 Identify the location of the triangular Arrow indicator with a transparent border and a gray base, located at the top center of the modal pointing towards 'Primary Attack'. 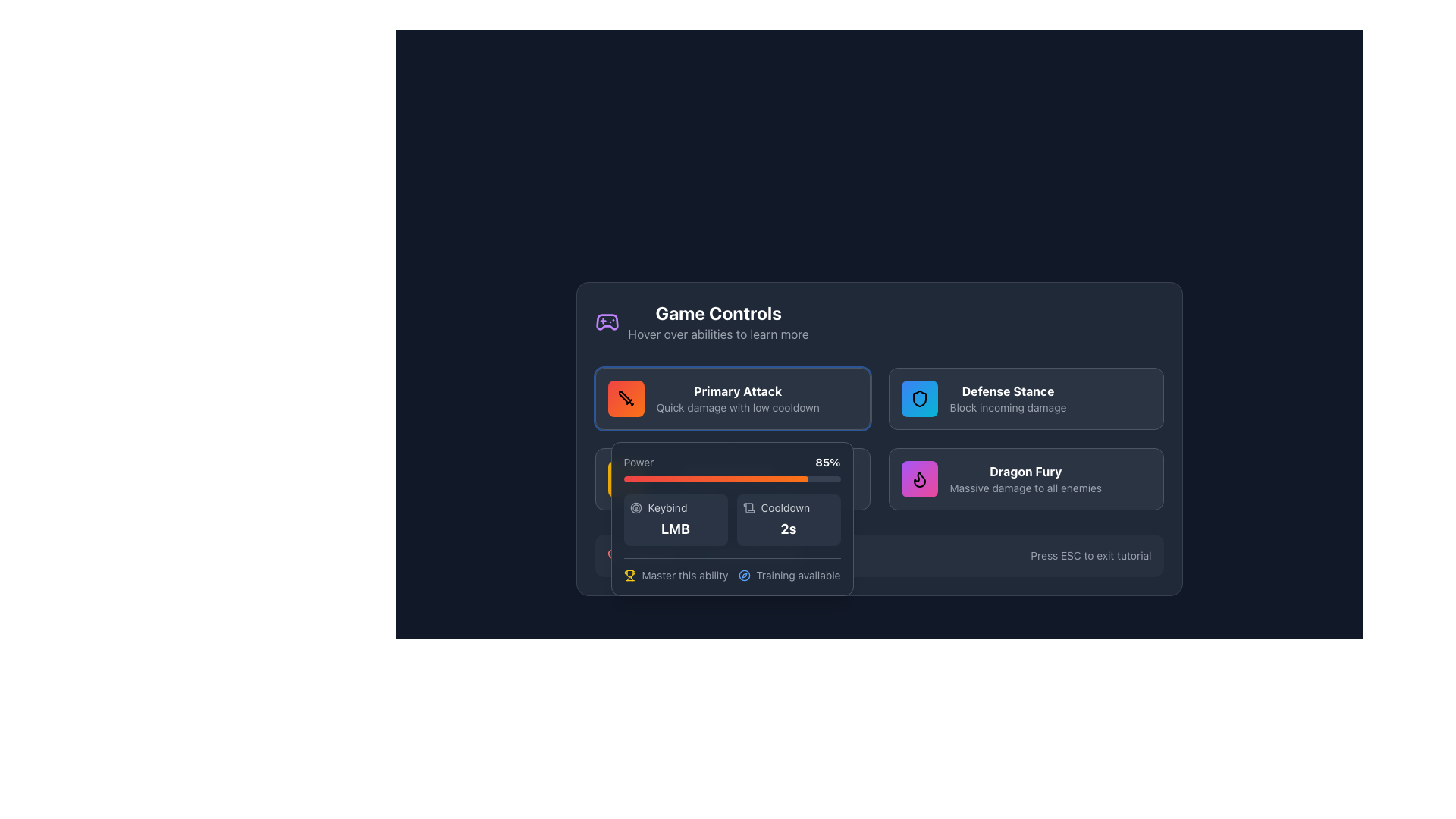
(732, 442).